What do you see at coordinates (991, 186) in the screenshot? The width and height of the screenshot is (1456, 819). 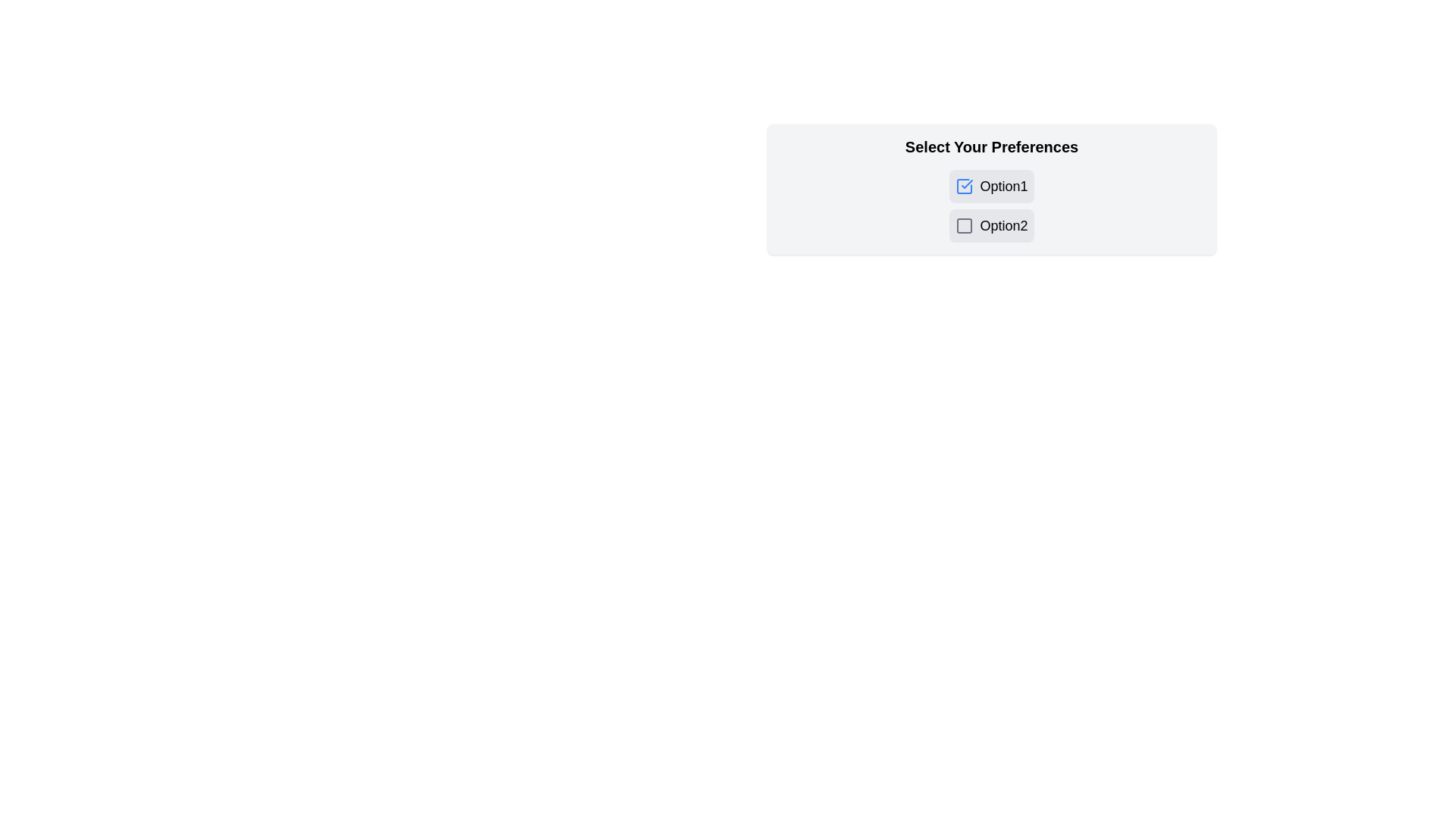 I see `the Checkbox input for 'Option1' to change its background color` at bounding box center [991, 186].